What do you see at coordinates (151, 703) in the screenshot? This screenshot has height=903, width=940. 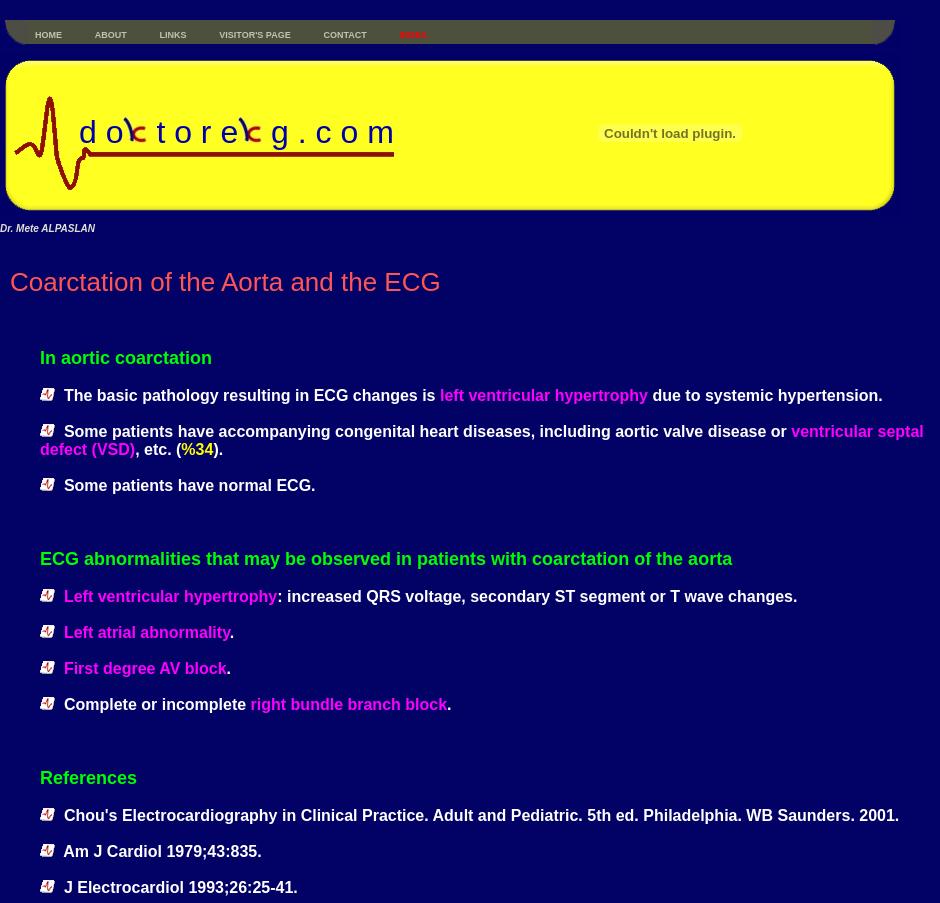 I see `'Complete or incomplete'` at bounding box center [151, 703].